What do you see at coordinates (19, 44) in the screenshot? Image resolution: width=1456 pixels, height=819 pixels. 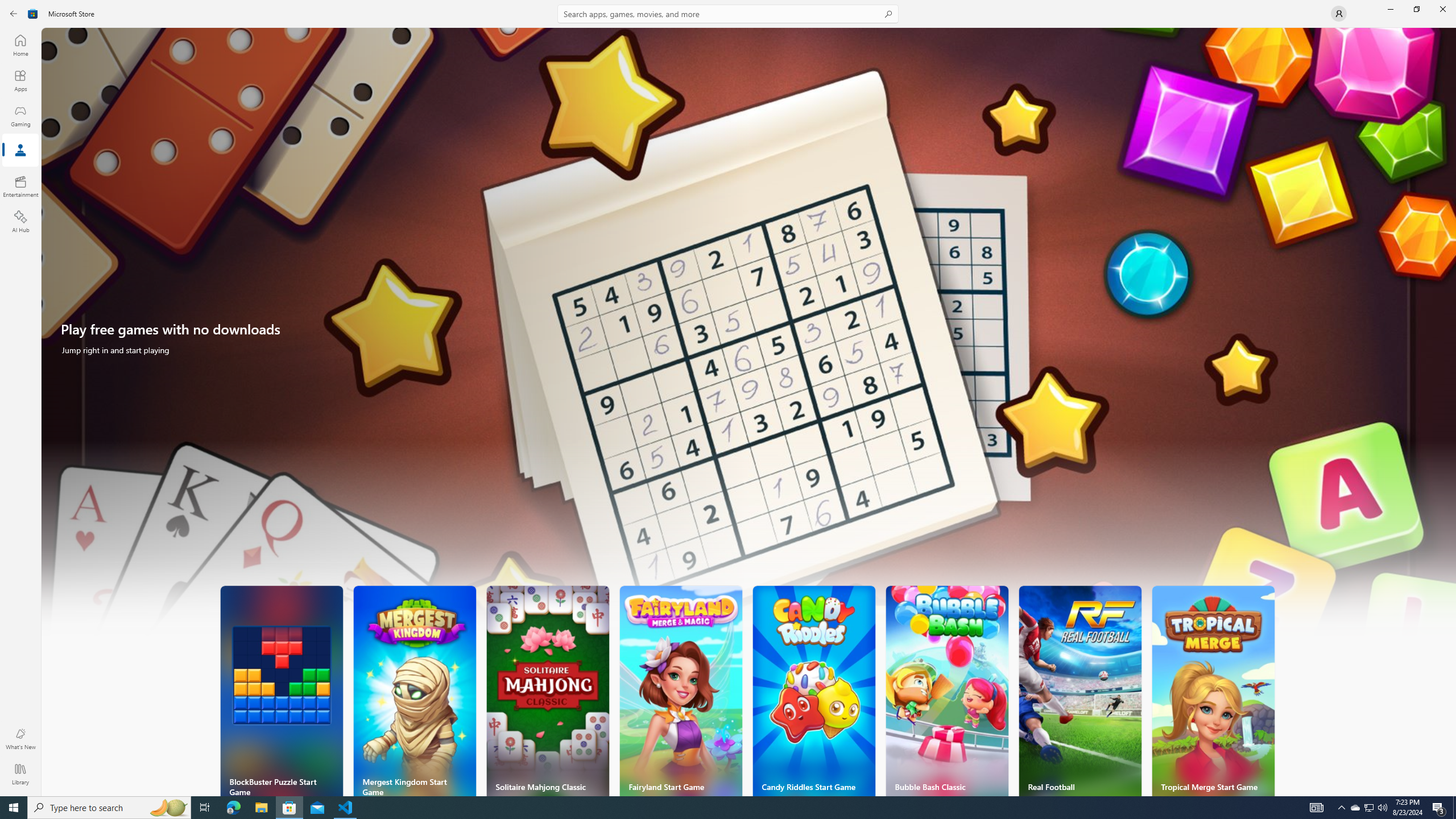 I see `'Home'` at bounding box center [19, 44].